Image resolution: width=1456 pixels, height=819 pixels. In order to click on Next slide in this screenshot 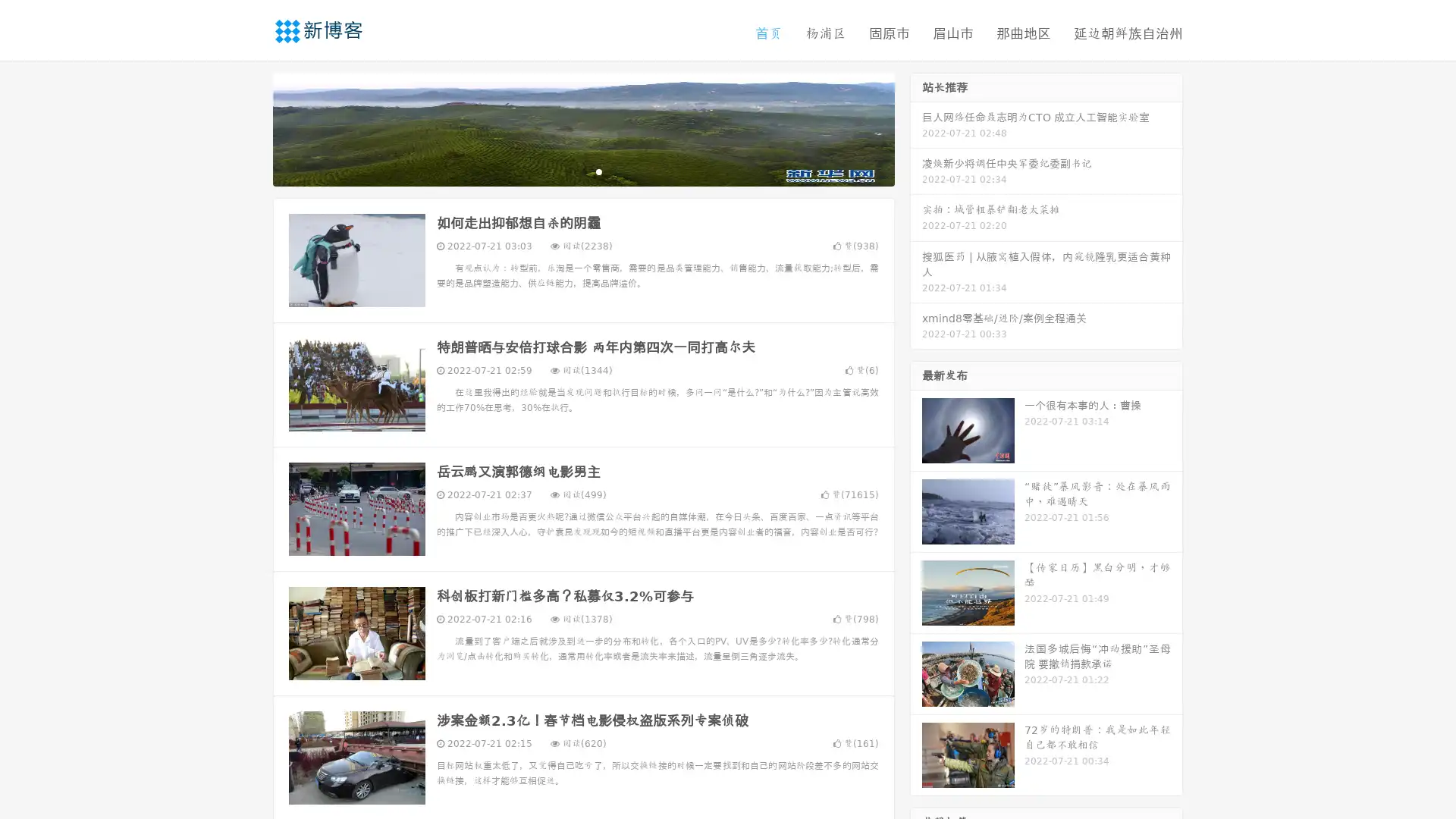, I will do `click(916, 127)`.